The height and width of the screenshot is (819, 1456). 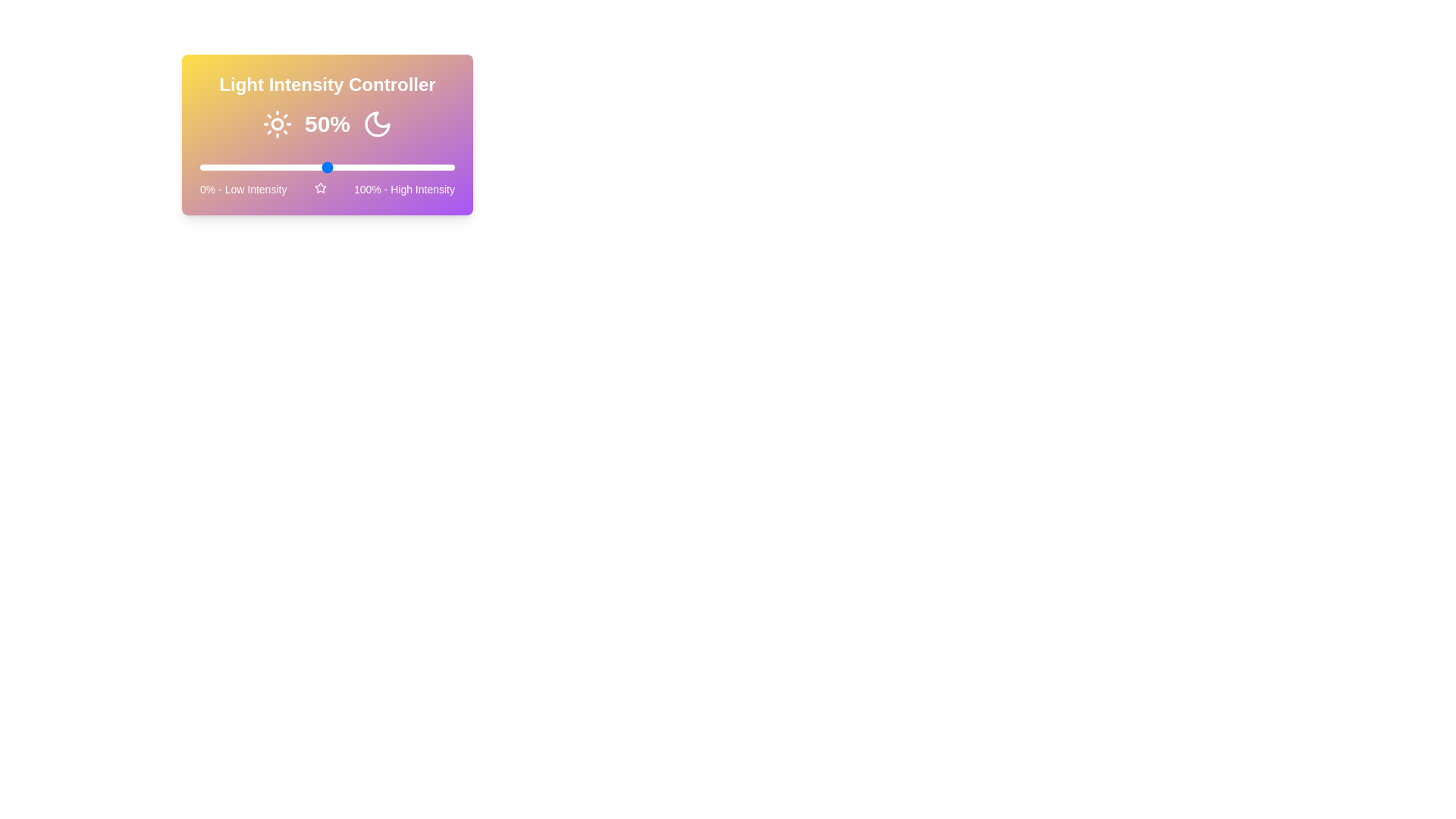 What do you see at coordinates (227, 167) in the screenshot?
I see `the light intensity to 11%, where 11 is a value between 0 and 100` at bounding box center [227, 167].